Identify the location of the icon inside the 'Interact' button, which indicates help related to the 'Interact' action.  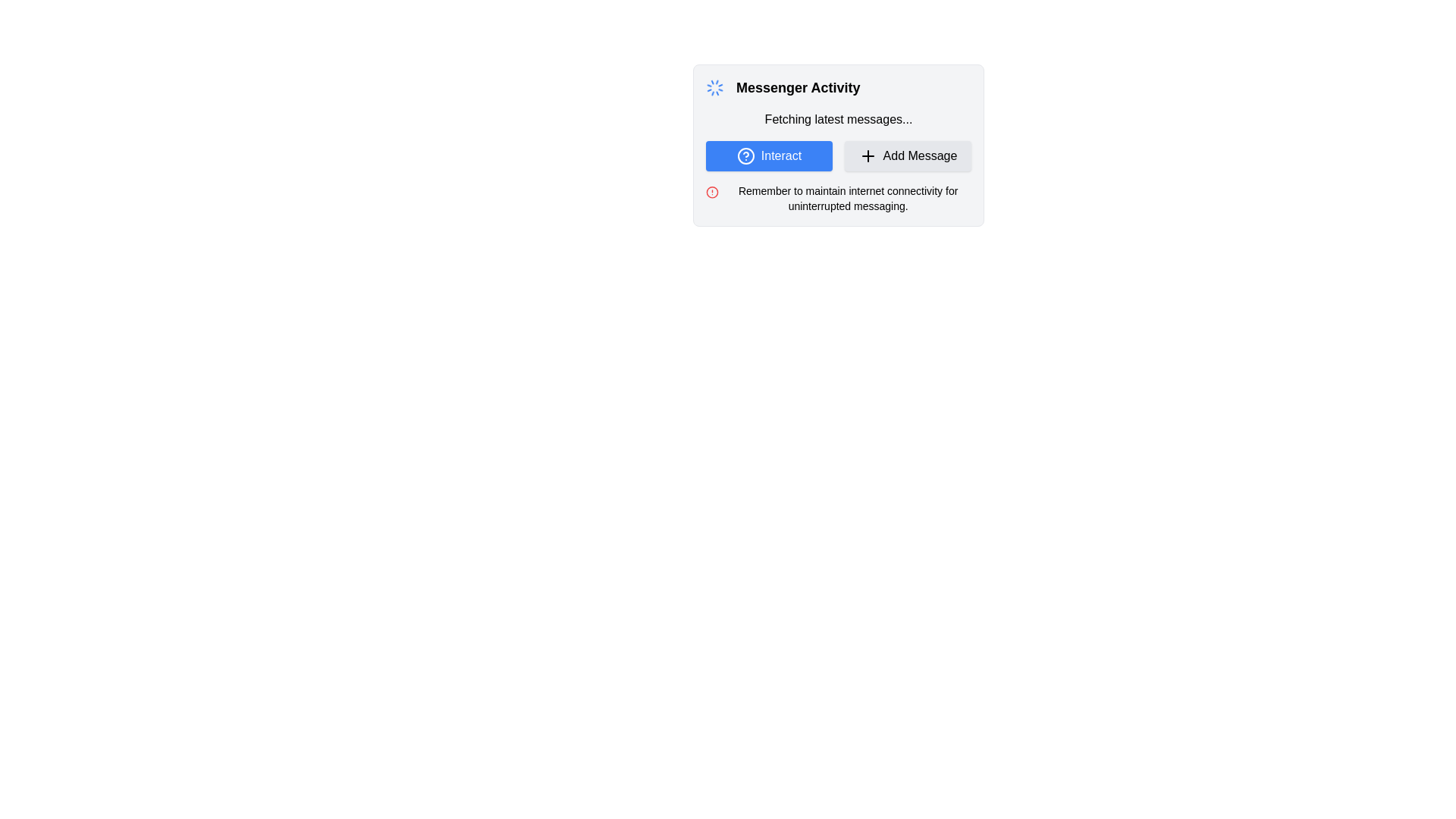
(745, 155).